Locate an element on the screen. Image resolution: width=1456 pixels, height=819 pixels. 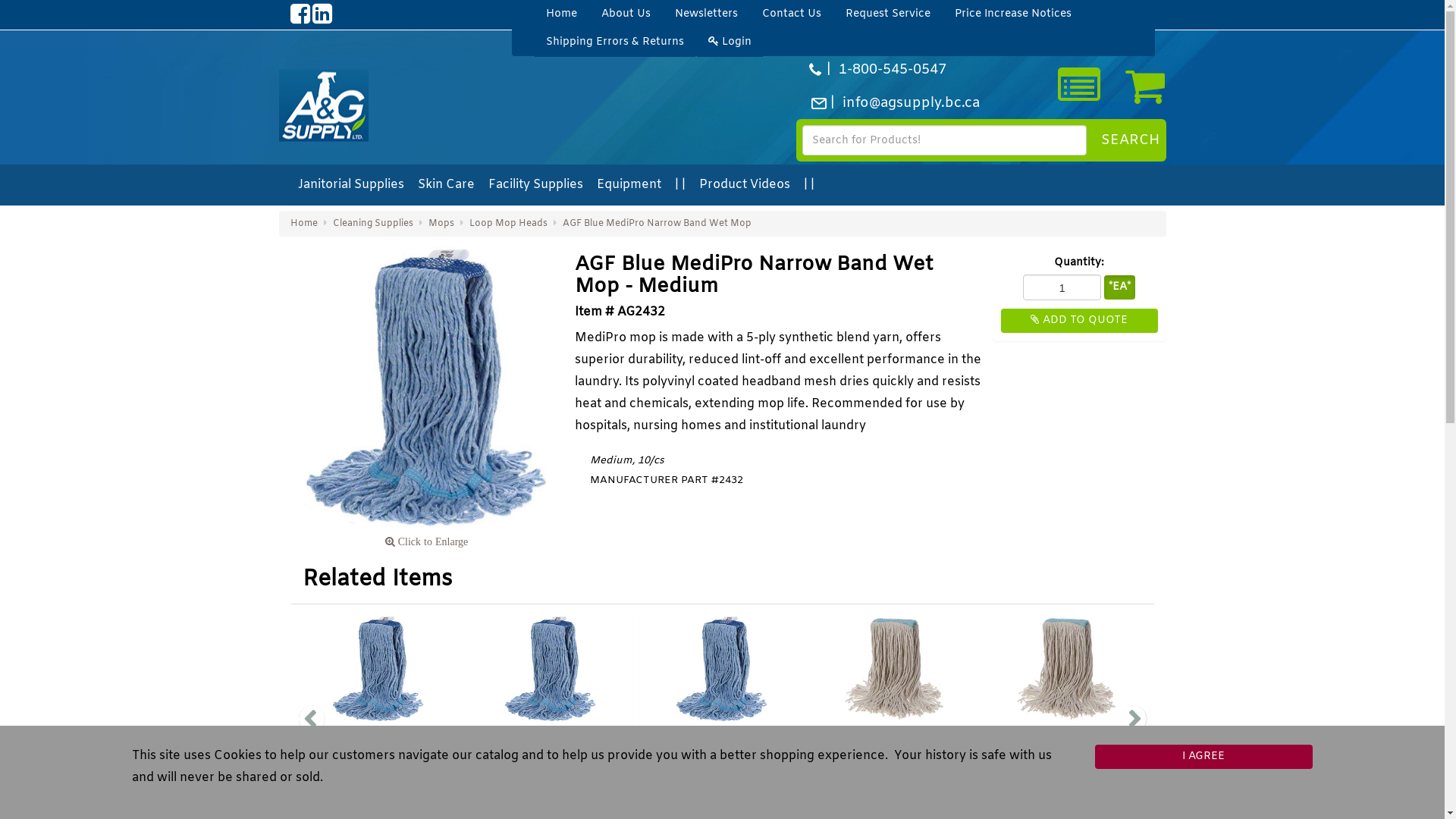
'ADD TO QUOTE' is located at coordinates (1078, 320).